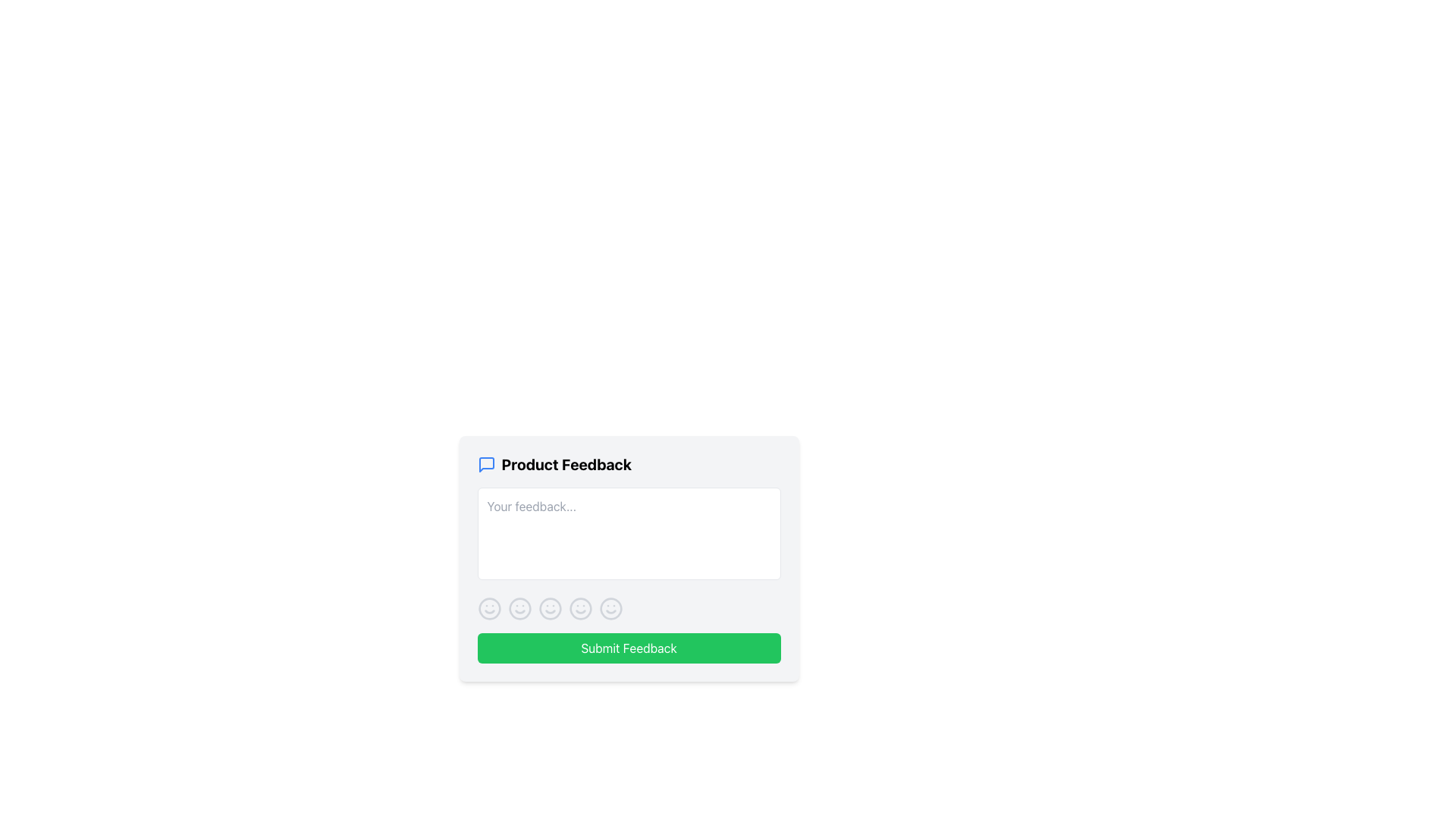  What do you see at coordinates (566, 464) in the screenshot?
I see `text label that serves as a section header, displaying 'Product Feedback', which is styled in bold and extra-large font, located at the top of the feedback form section` at bounding box center [566, 464].